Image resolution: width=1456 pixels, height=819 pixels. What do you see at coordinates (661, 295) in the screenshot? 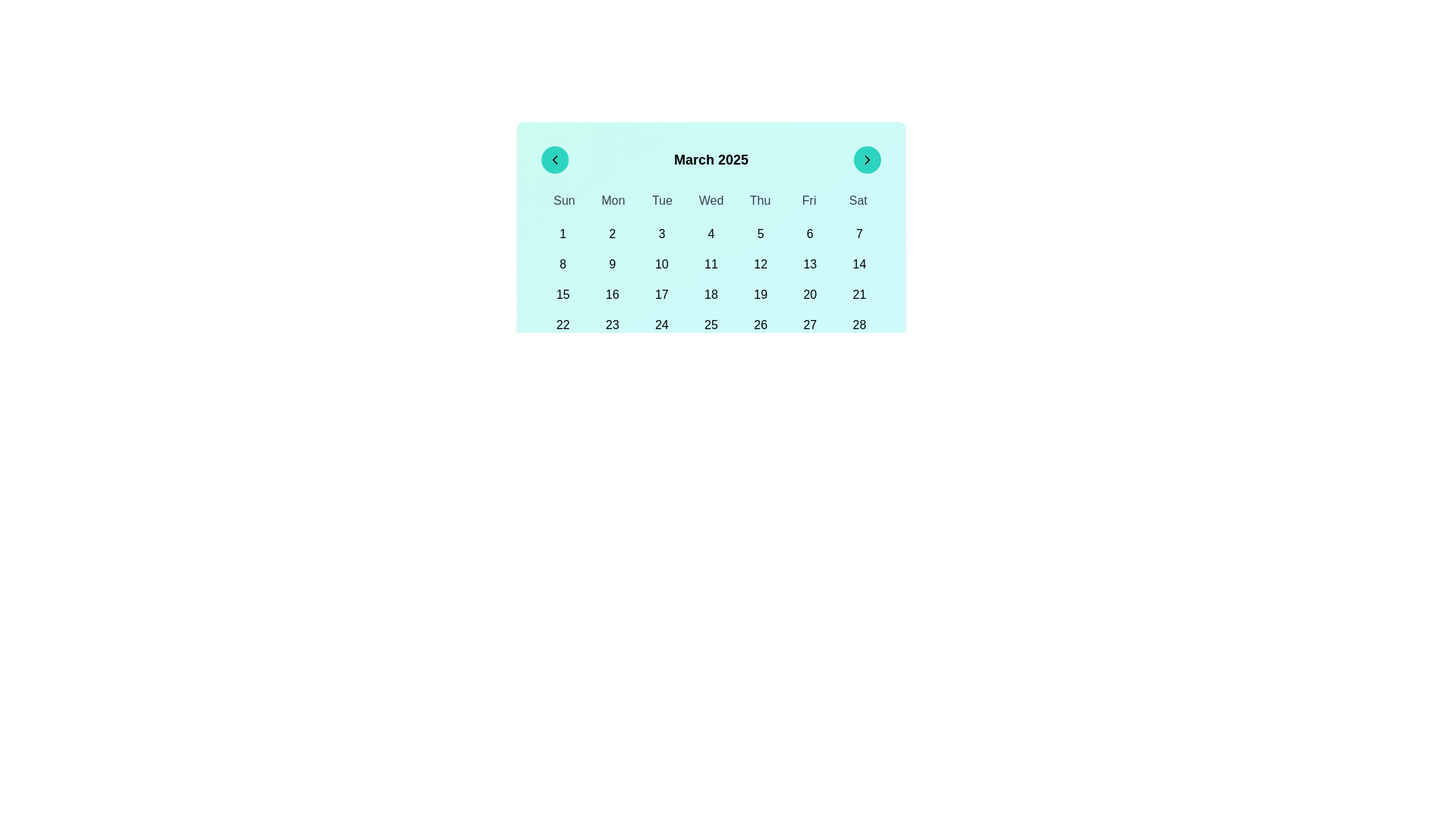
I see `the button styled as a calendar cell containing the number '17'` at bounding box center [661, 295].